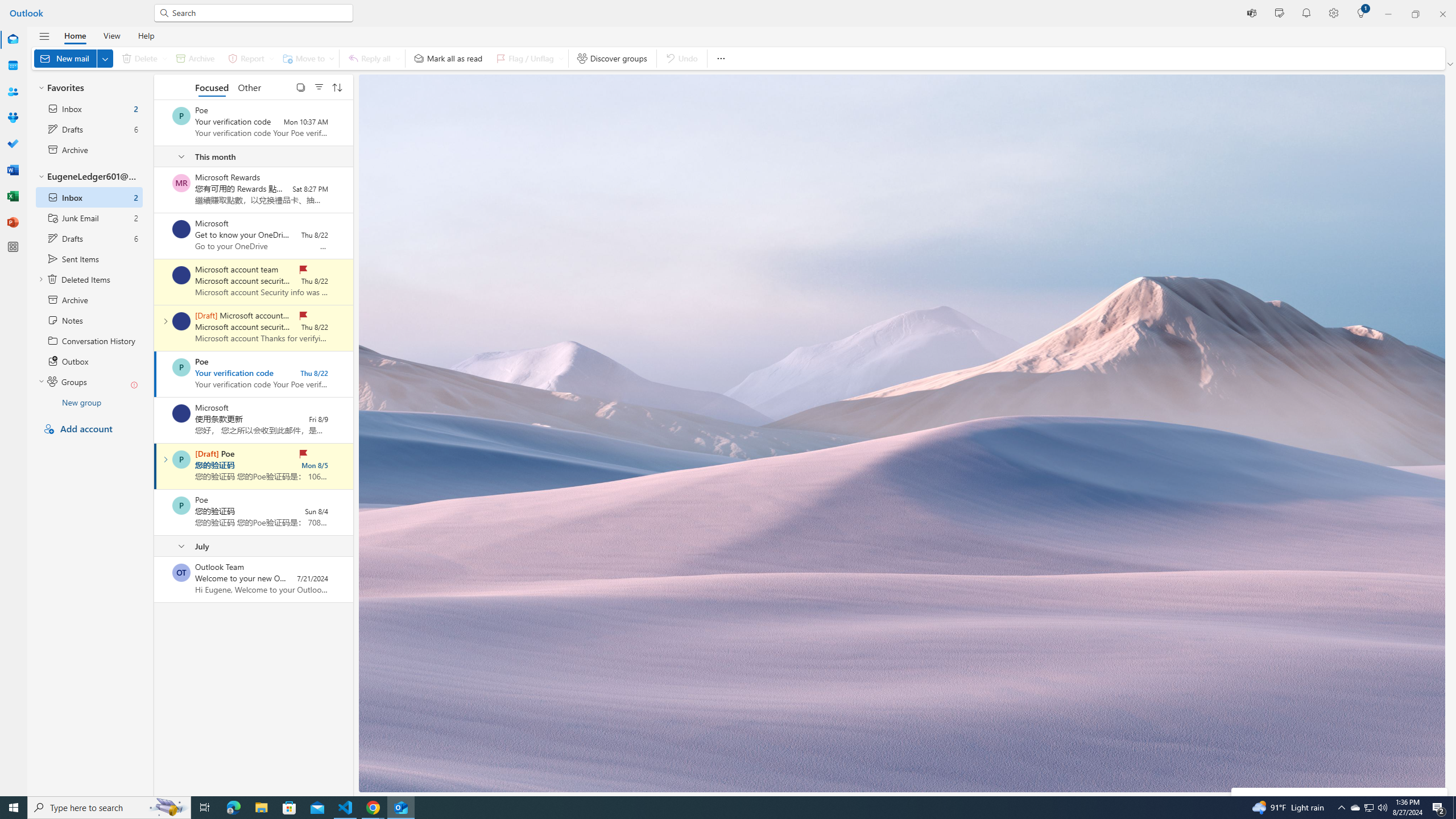 This screenshot has width=1456, height=819. What do you see at coordinates (318, 86) in the screenshot?
I see `'Filter'` at bounding box center [318, 86].